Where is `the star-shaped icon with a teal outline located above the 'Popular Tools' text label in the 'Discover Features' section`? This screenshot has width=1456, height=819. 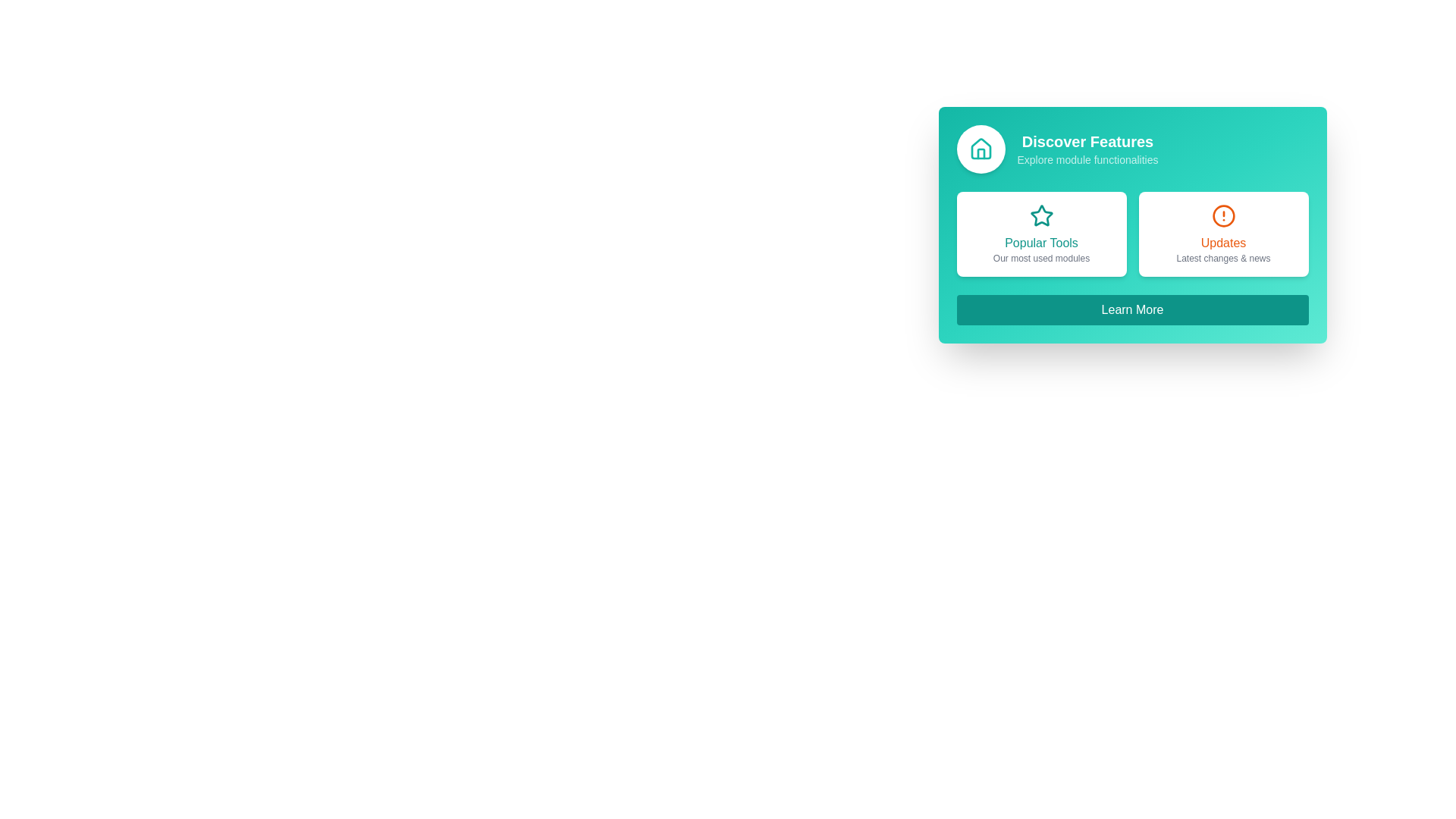
the star-shaped icon with a teal outline located above the 'Popular Tools' text label in the 'Discover Features' section is located at coordinates (1040, 216).